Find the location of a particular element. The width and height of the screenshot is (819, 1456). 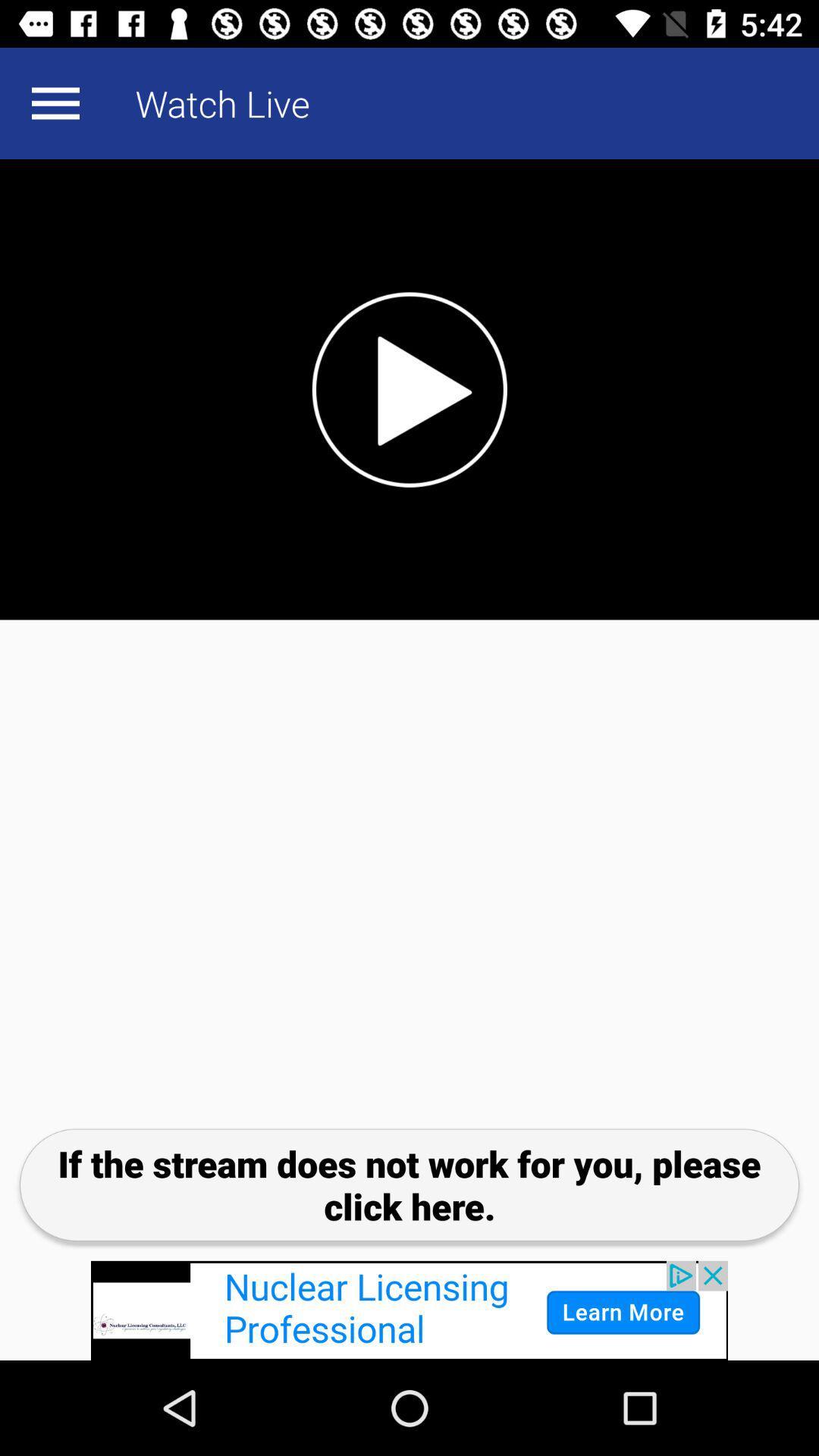

live video is located at coordinates (409, 389).